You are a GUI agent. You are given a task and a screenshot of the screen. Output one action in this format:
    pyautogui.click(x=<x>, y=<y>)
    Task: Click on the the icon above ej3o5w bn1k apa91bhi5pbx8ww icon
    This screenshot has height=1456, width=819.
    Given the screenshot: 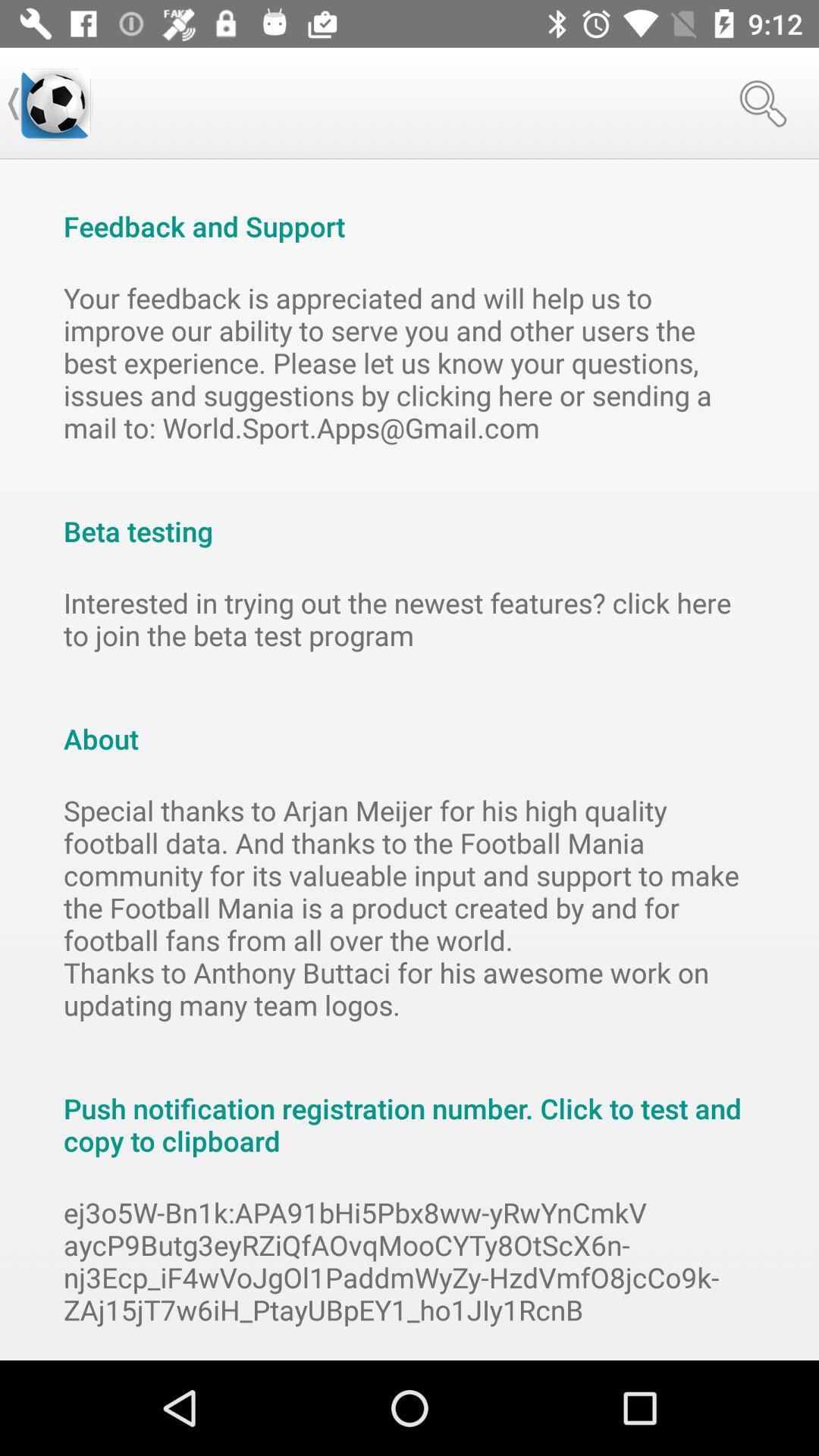 What is the action you would take?
    pyautogui.click(x=409, y=1109)
    